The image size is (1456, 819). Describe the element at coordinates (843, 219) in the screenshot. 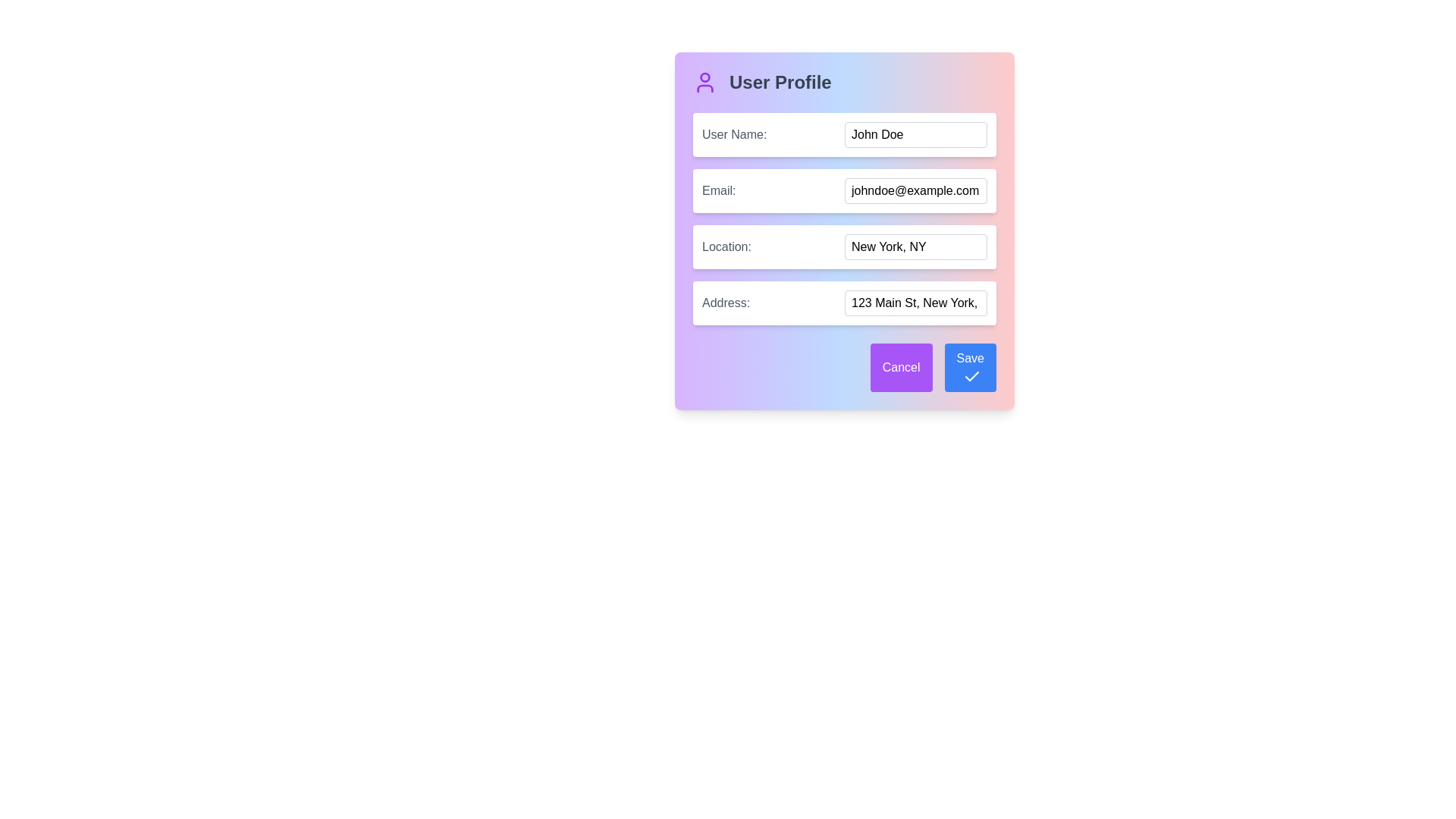

I see `within the input fields of the Form Section` at that location.